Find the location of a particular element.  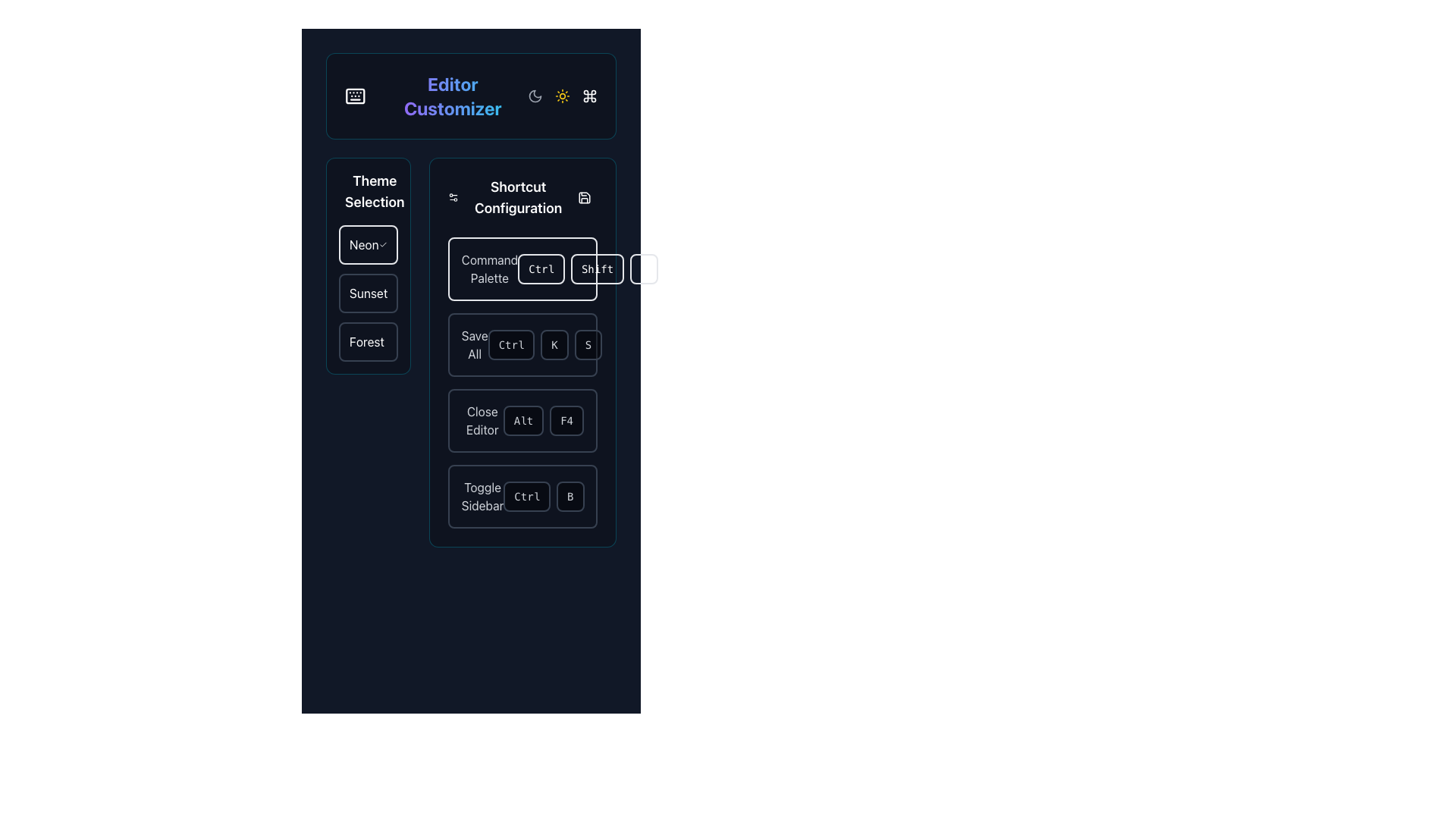

the graphical element representing a key within the keyboard-themed icon located in the upper portion of the interface is located at coordinates (354, 96).